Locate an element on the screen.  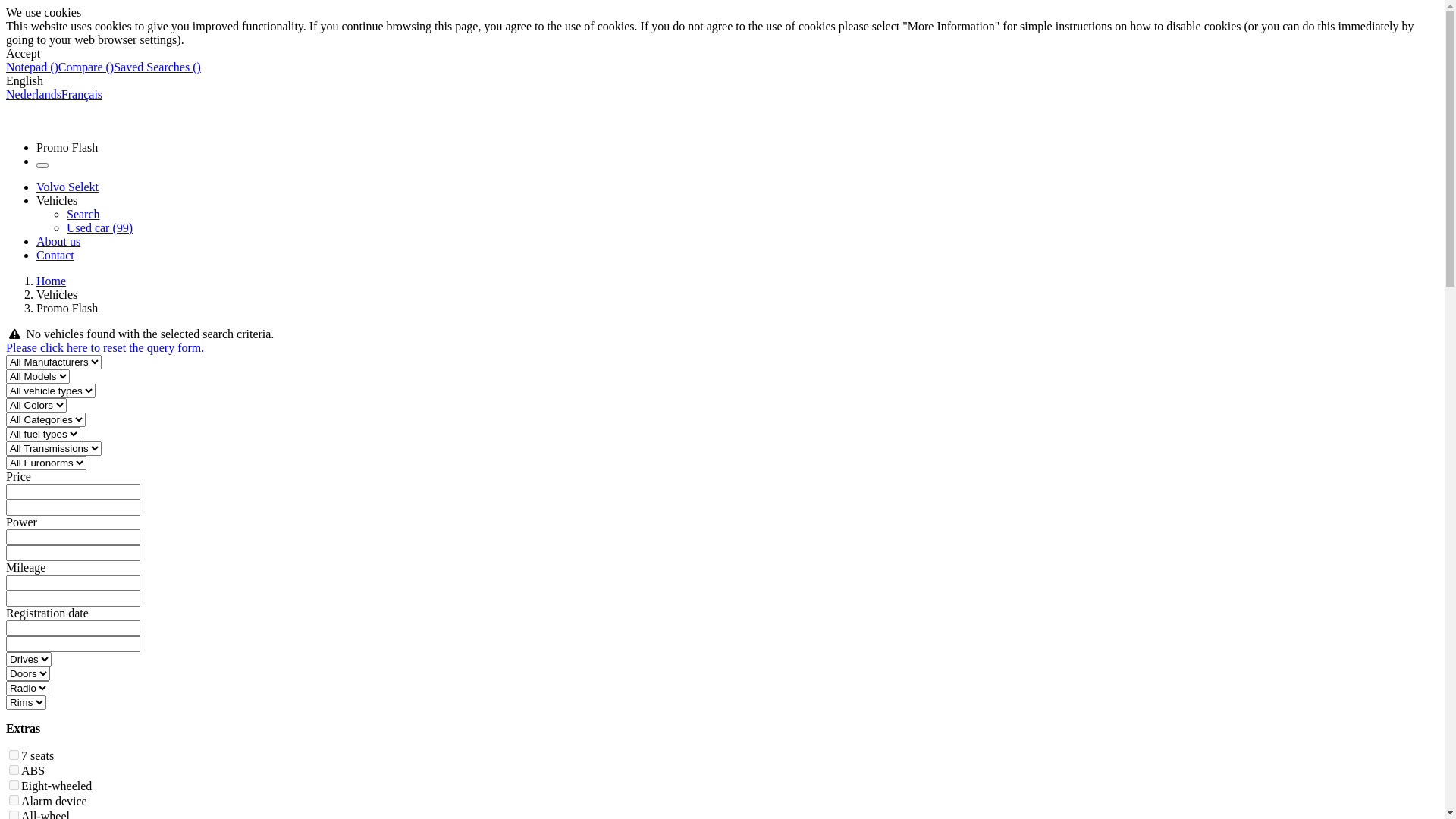
'Please click here to reset the query form.' is located at coordinates (6, 347).